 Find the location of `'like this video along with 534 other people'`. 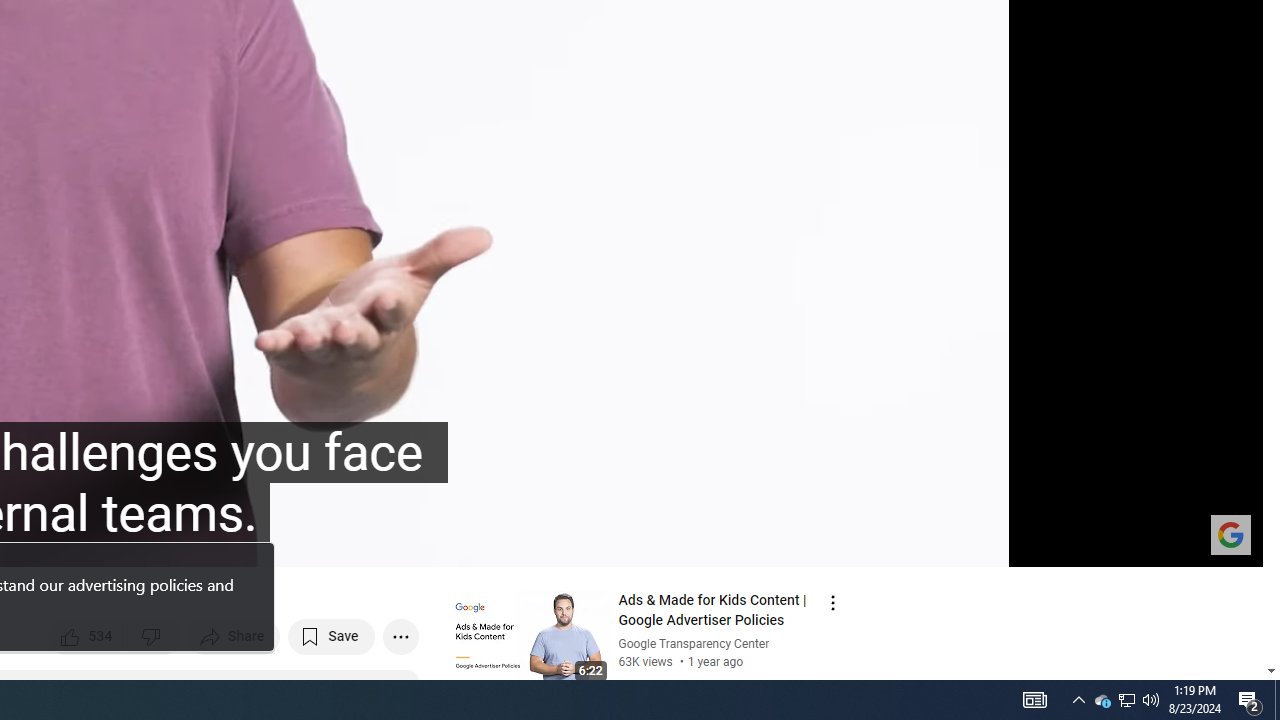

'like this video along with 534 other people' is located at coordinates (87, 636).